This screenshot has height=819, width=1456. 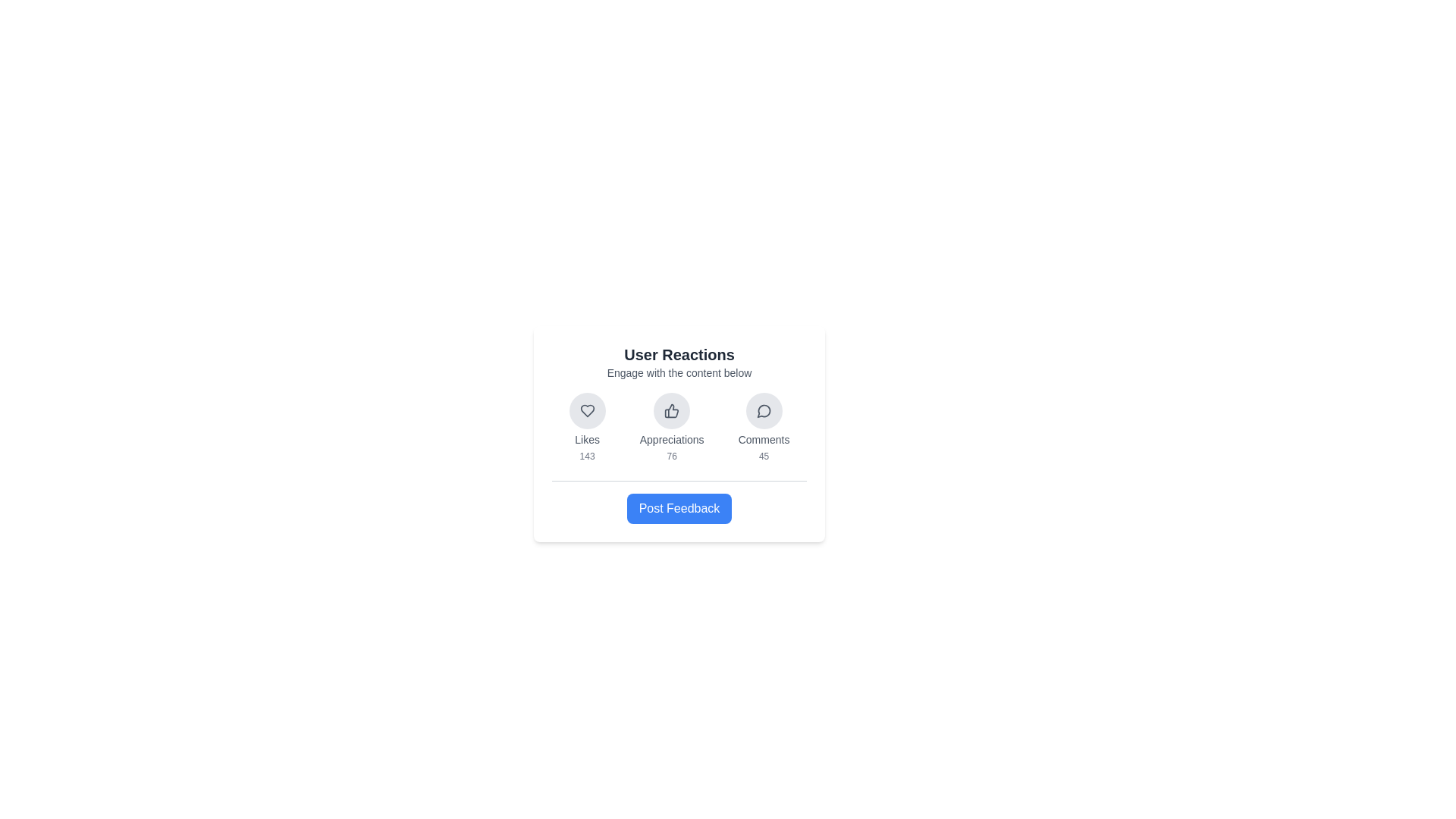 What do you see at coordinates (679, 427) in the screenshot?
I see `the individual icons within the social interaction statistics section to interact with them, as indicated by their functionality` at bounding box center [679, 427].